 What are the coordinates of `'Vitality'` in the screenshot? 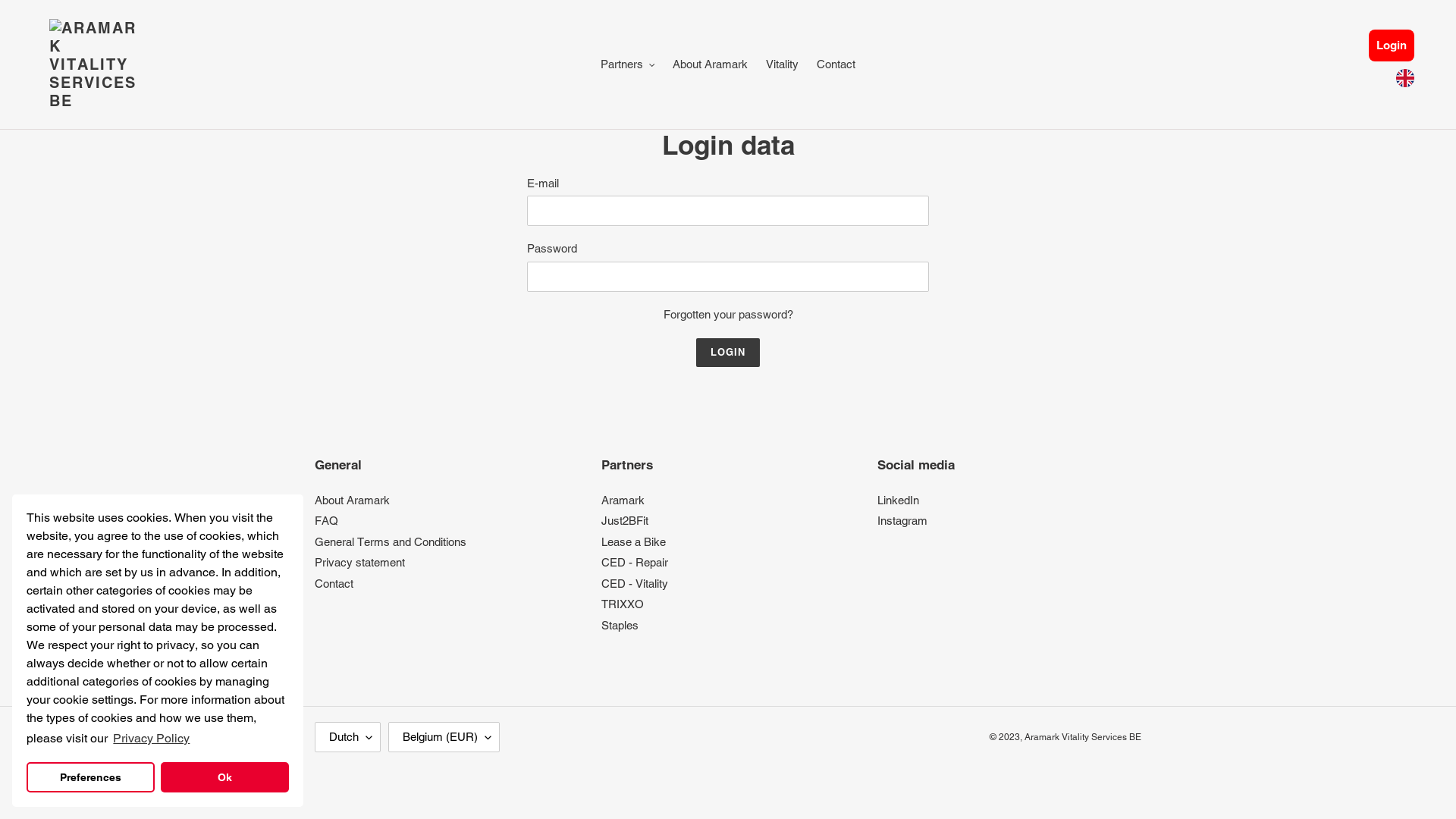 It's located at (782, 64).